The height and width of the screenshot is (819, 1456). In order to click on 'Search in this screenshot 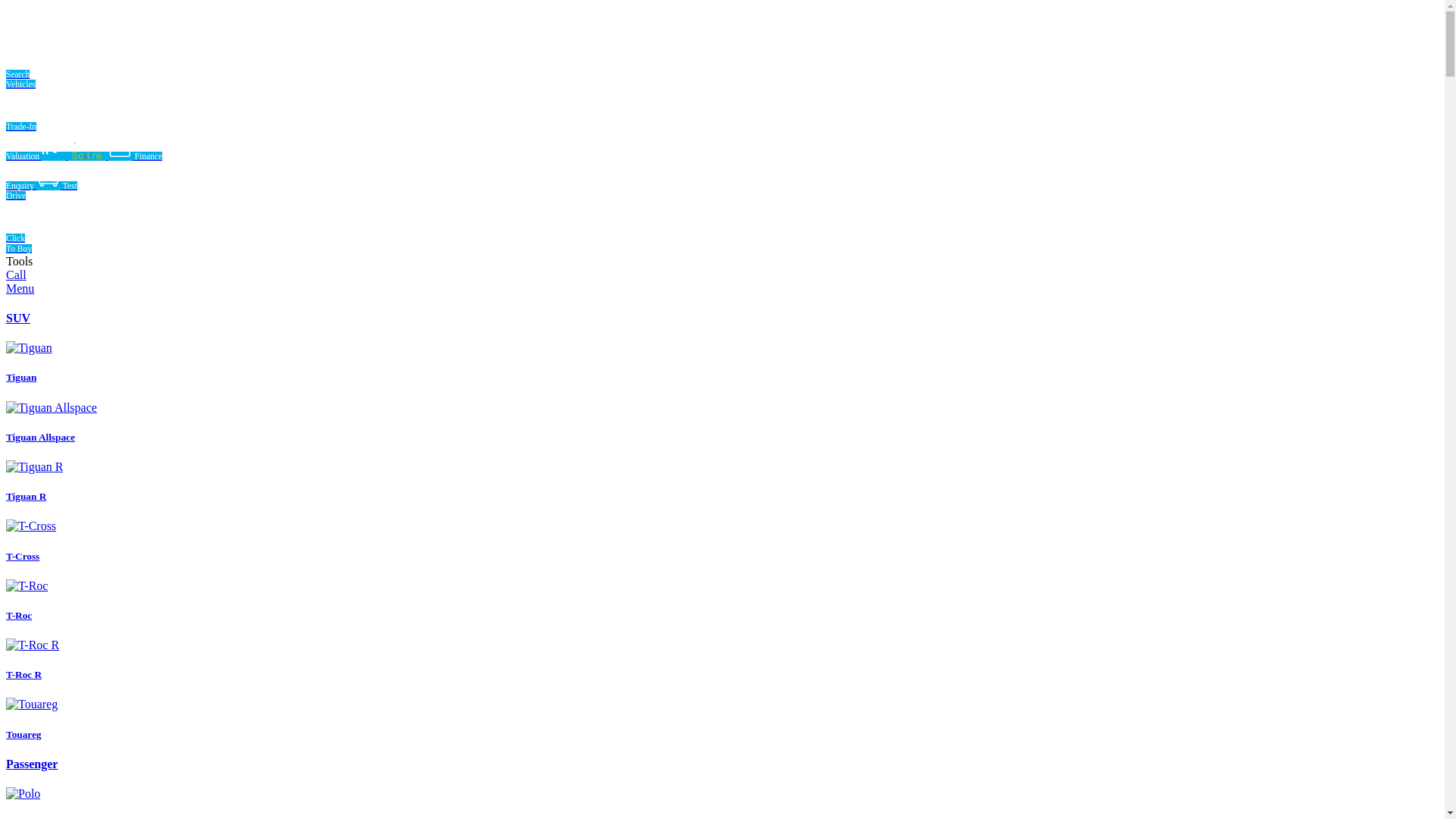, I will do `click(83, 63)`.